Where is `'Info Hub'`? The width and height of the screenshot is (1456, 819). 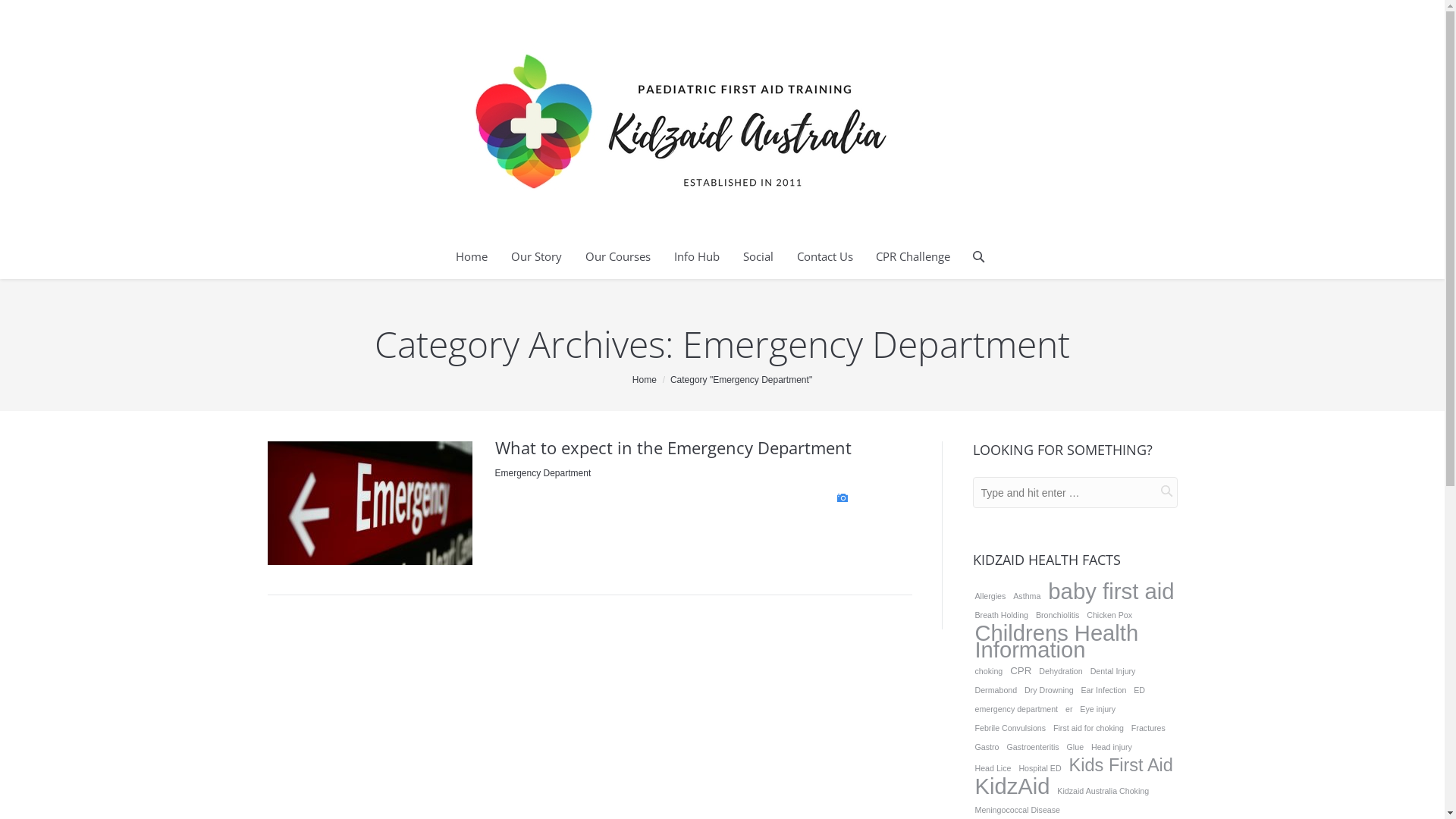 'Info Hub' is located at coordinates (695, 256).